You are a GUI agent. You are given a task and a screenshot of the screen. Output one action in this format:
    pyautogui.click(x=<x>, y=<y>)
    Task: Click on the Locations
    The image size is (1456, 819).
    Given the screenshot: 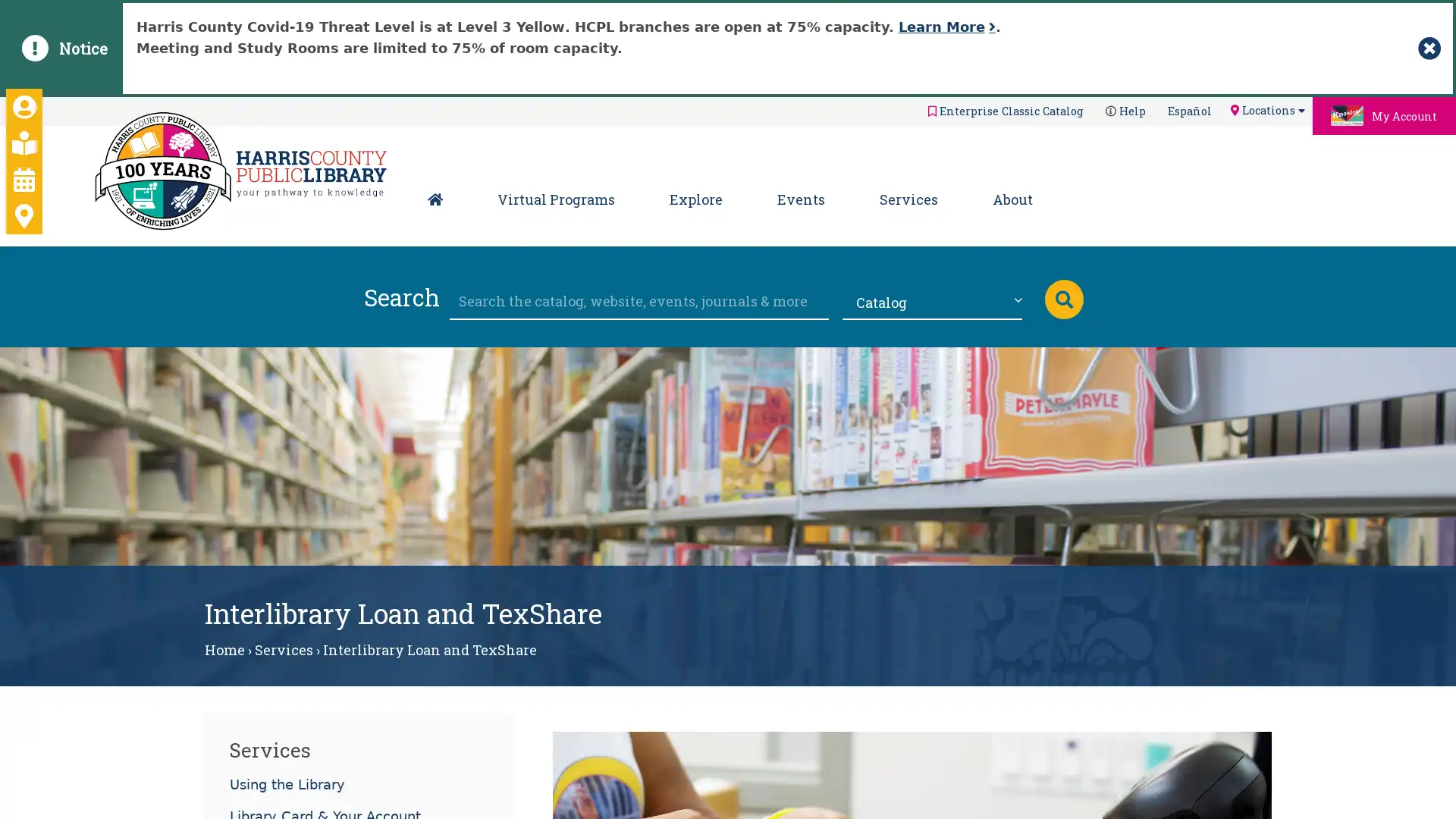 What is the action you would take?
    pyautogui.click(x=1266, y=109)
    